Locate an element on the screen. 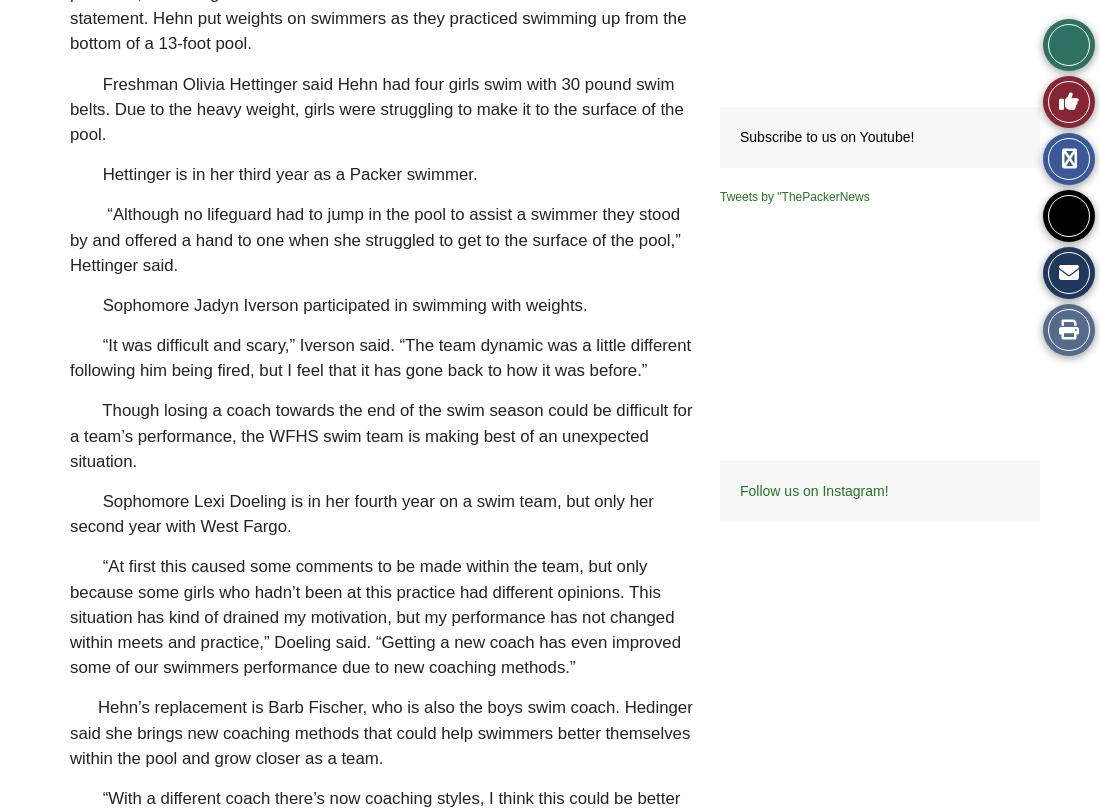 This screenshot has height=810, width=1100. 'Tweets by "ThePackerNews' is located at coordinates (794, 196).